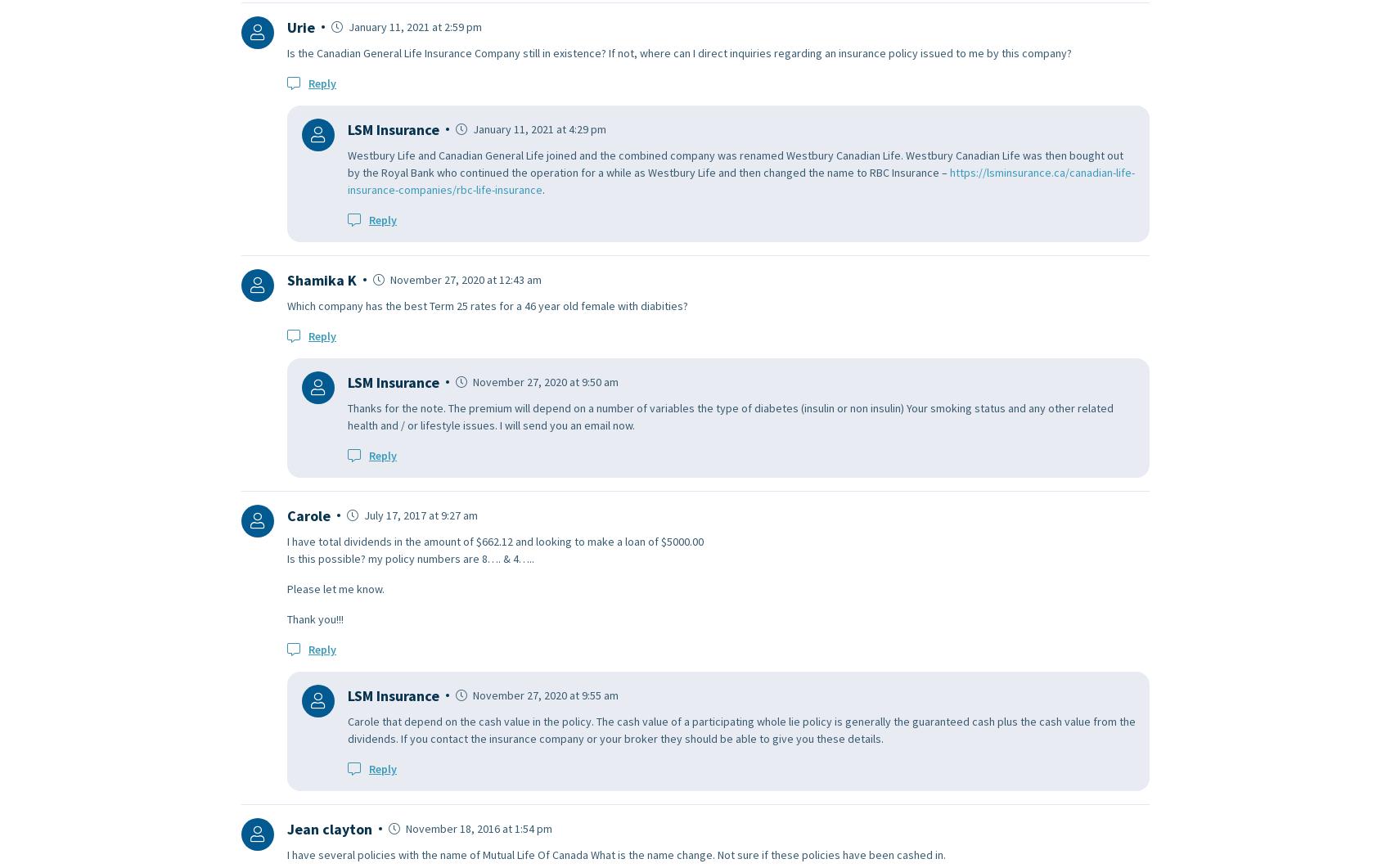 Image resolution: width=1391 pixels, height=868 pixels. I want to click on 'Which company has the best Term 25 rates for a 46 year old female with diabities?', so click(286, 305).